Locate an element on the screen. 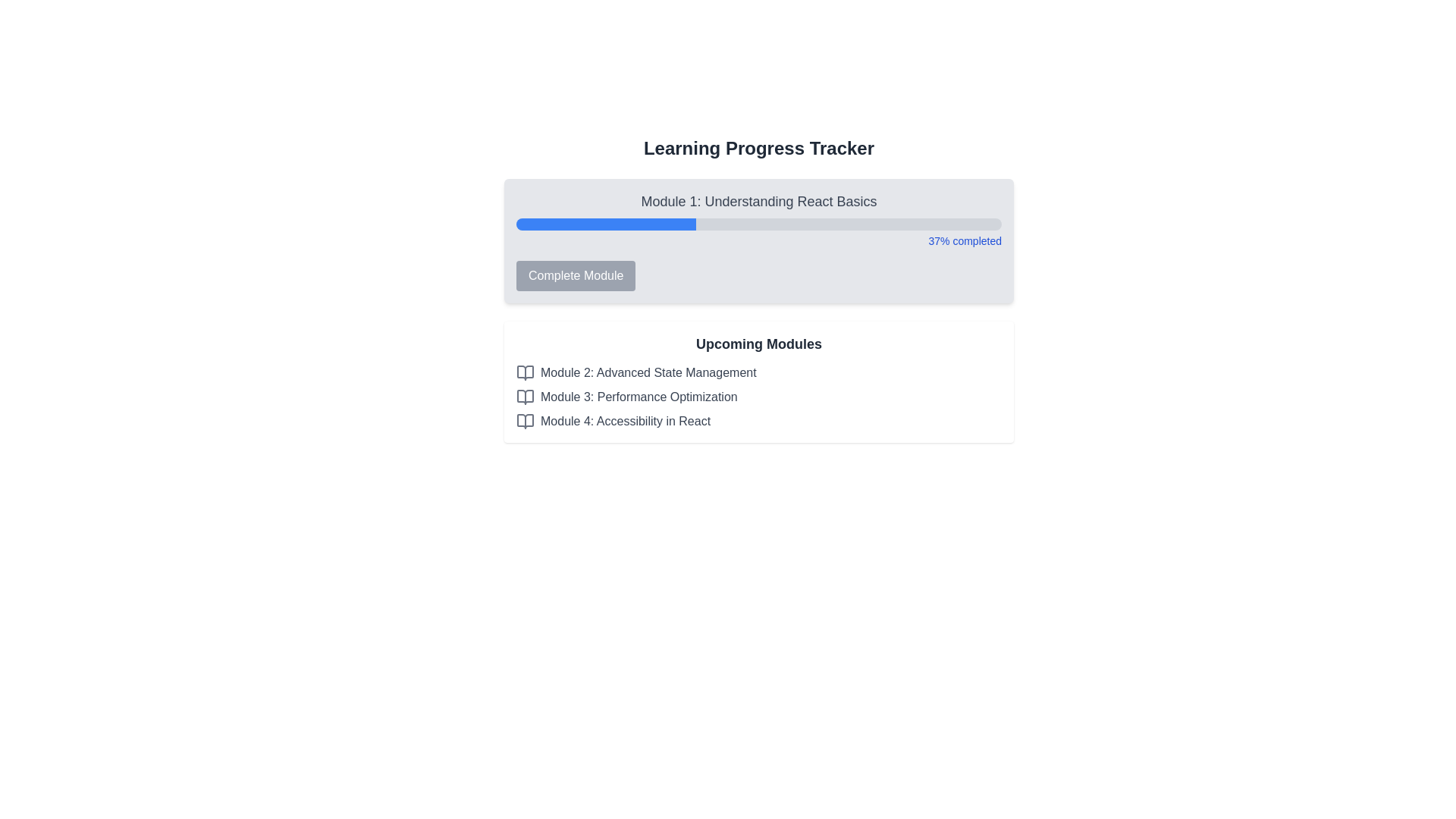 The image size is (1456, 819). the open book icon located in the 'Upcoming Modules' section, adjacent to the text 'Module 2: Advanced State Management' is located at coordinates (525, 373).